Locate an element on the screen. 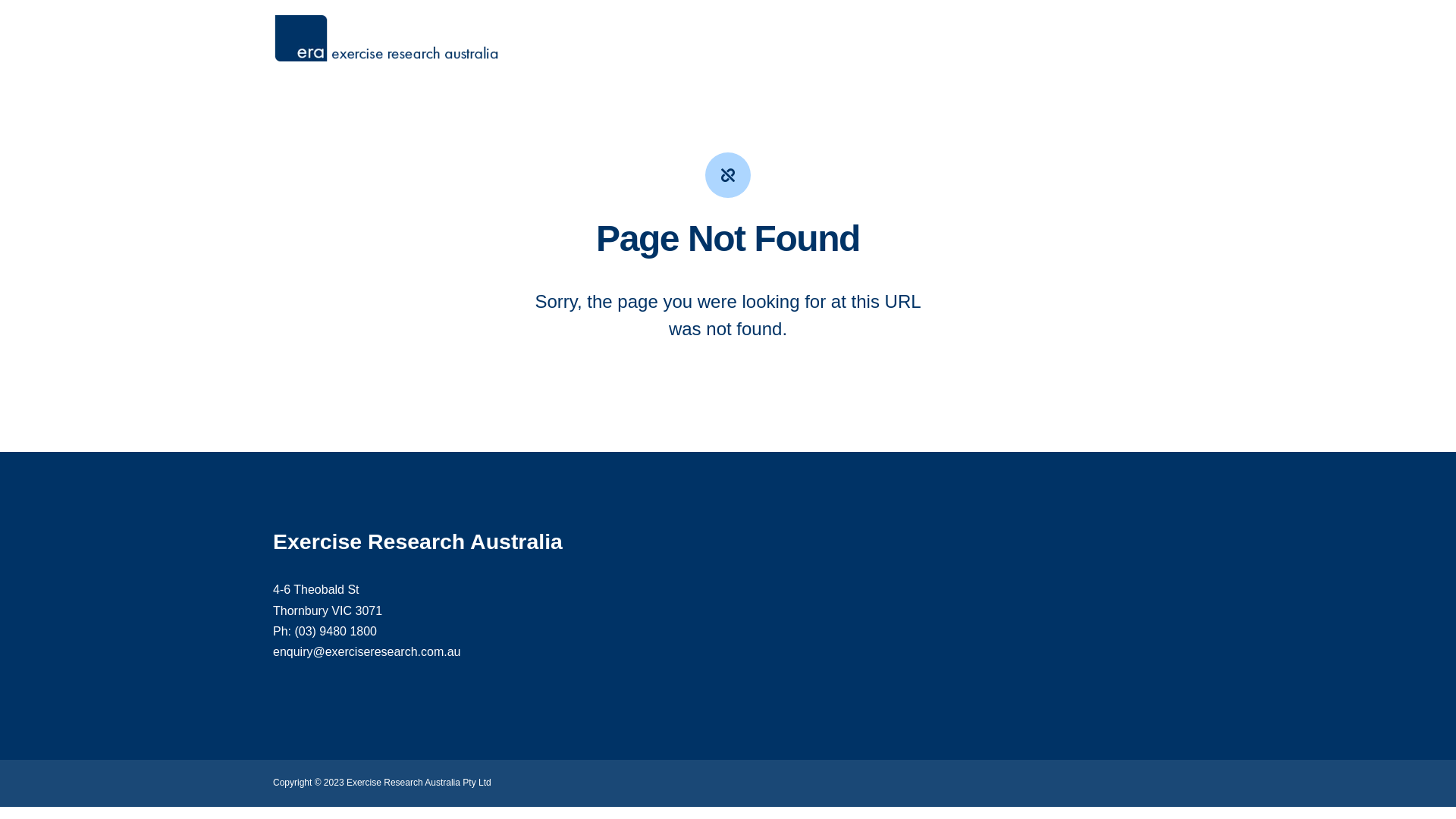 The image size is (1456, 819). 'enquiry@exerciseresearch.com.au' is located at coordinates (366, 651).